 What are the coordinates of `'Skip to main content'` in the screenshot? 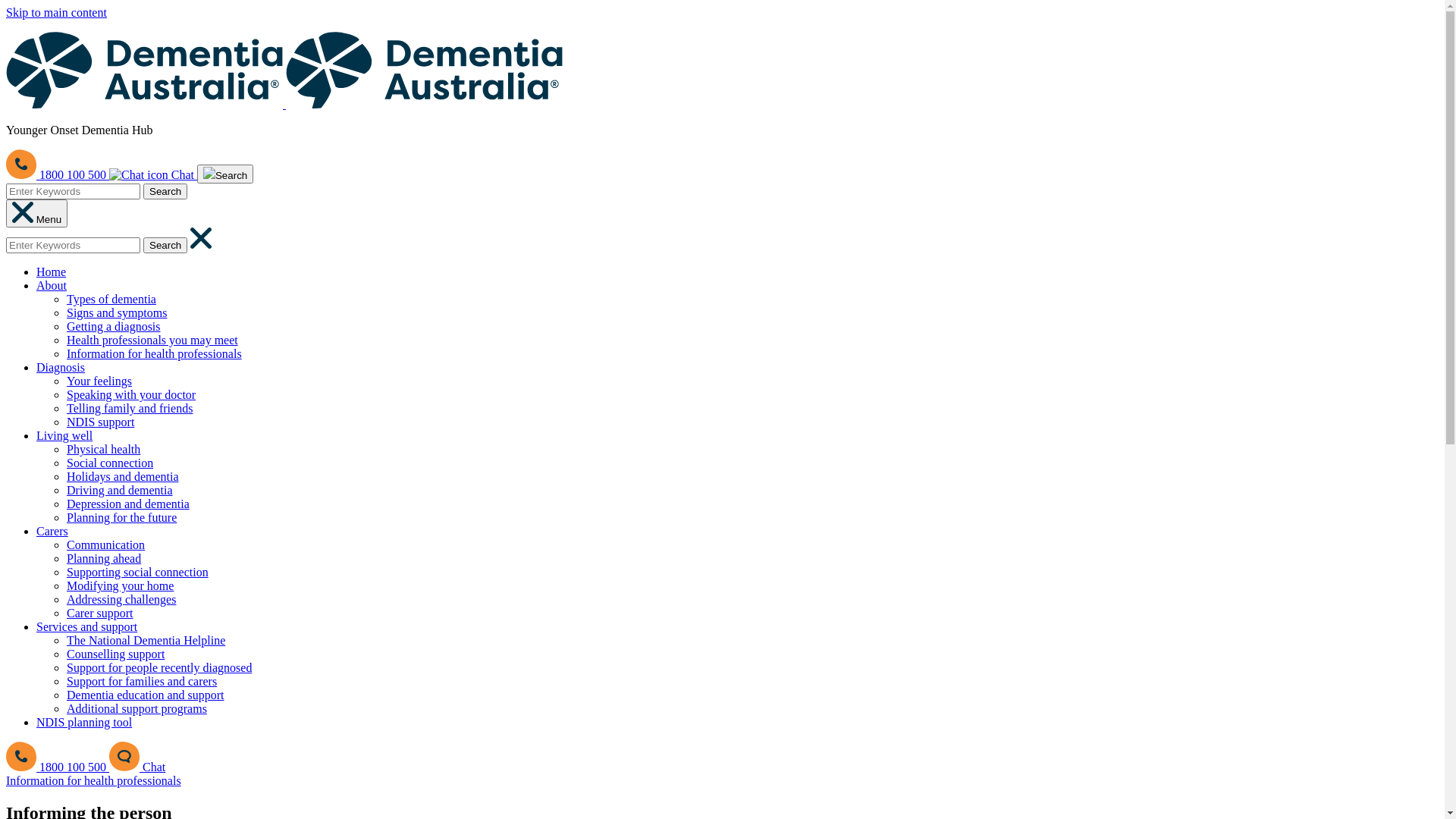 It's located at (56, 12).